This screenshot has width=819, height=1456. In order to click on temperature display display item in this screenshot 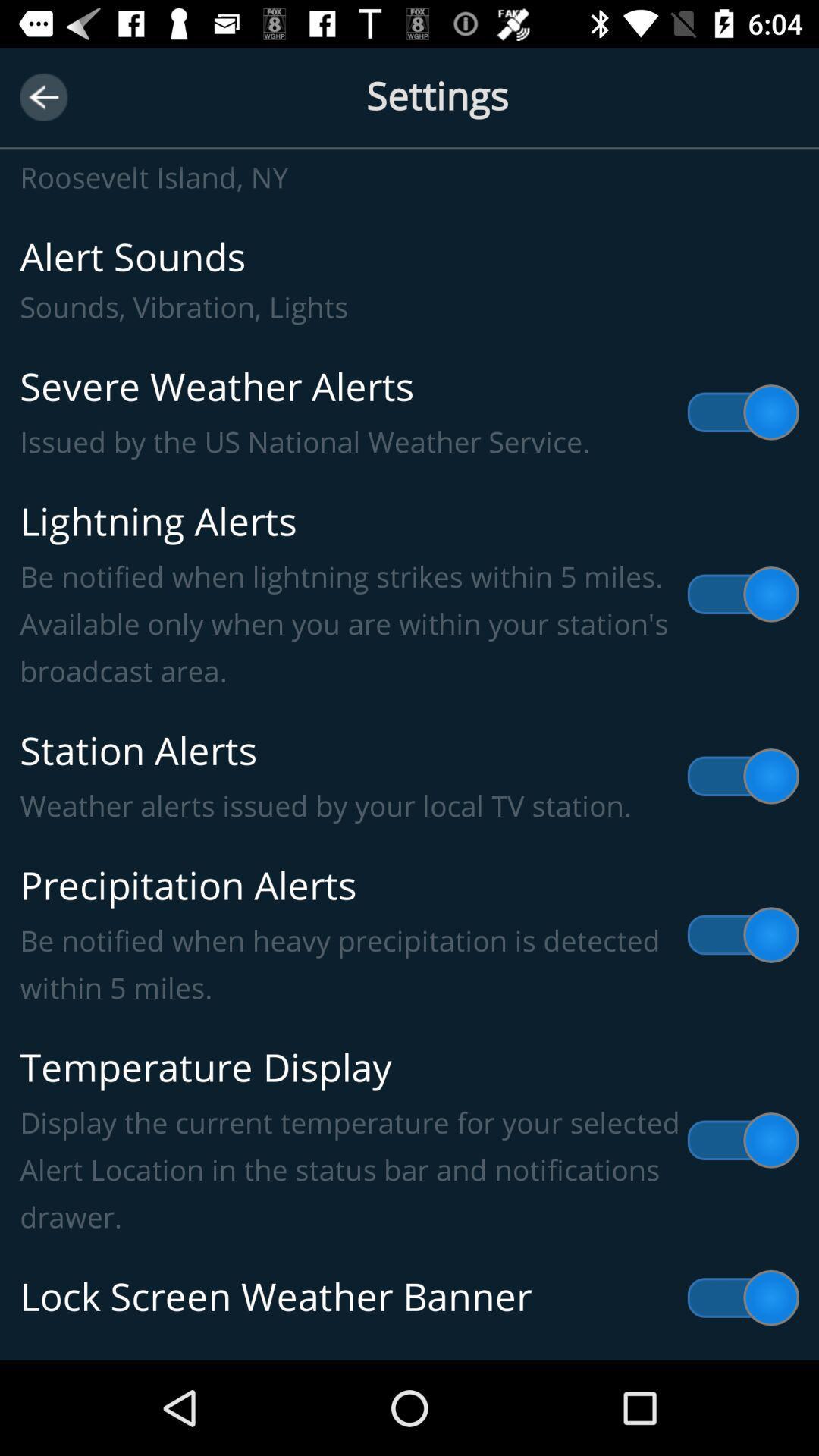, I will do `click(409, 1141)`.